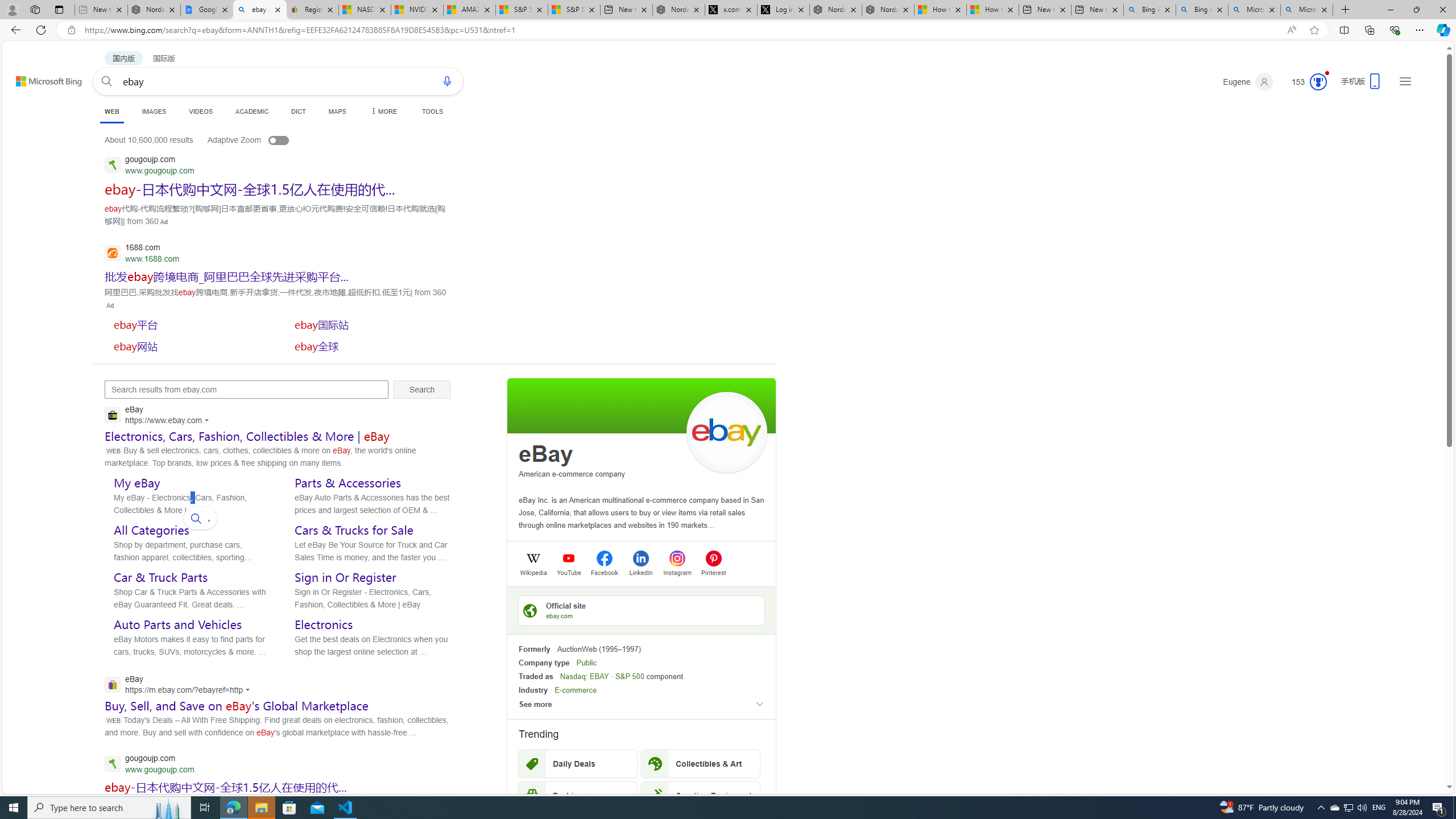 This screenshot has height=819, width=1456. What do you see at coordinates (586, 662) in the screenshot?
I see `'Public'` at bounding box center [586, 662].